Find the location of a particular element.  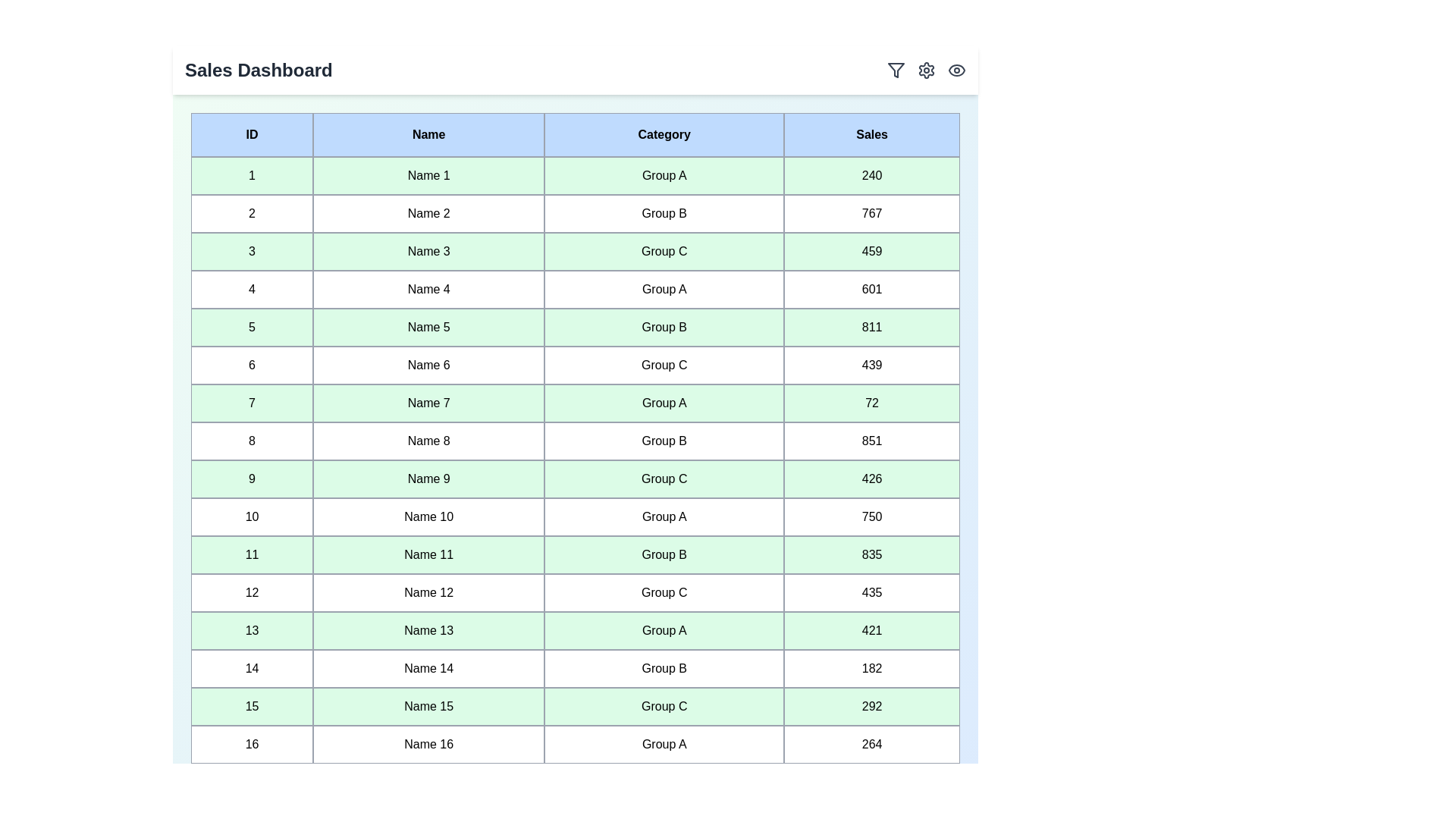

the eye icon to toggle the visibility mode is located at coordinates (956, 70).